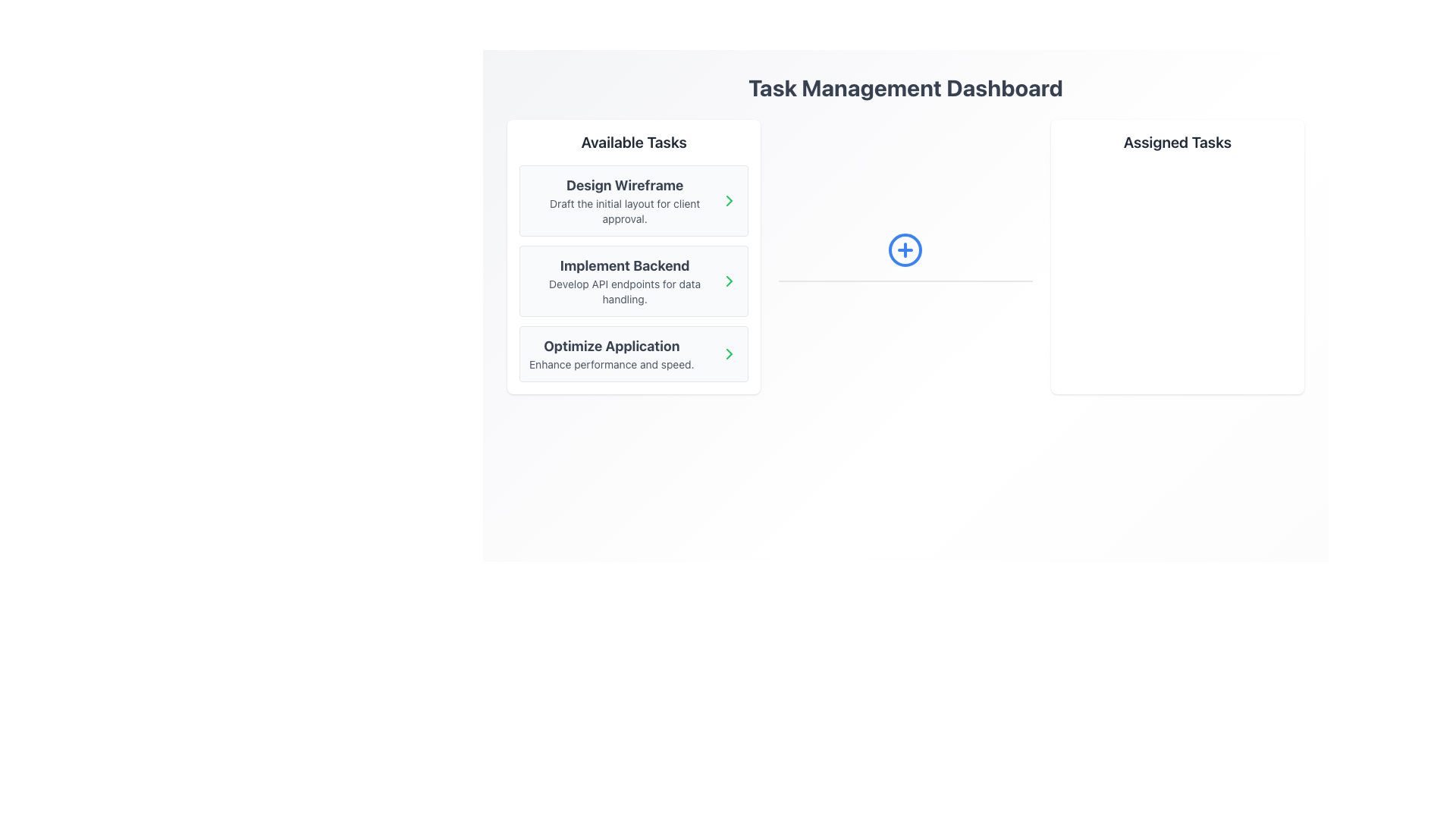 The width and height of the screenshot is (1456, 819). Describe the element at coordinates (729, 200) in the screenshot. I see `the chevron arrow icon located at the rightmost position of the 'Design Wireframe' row in the Available Tasks panel` at that location.